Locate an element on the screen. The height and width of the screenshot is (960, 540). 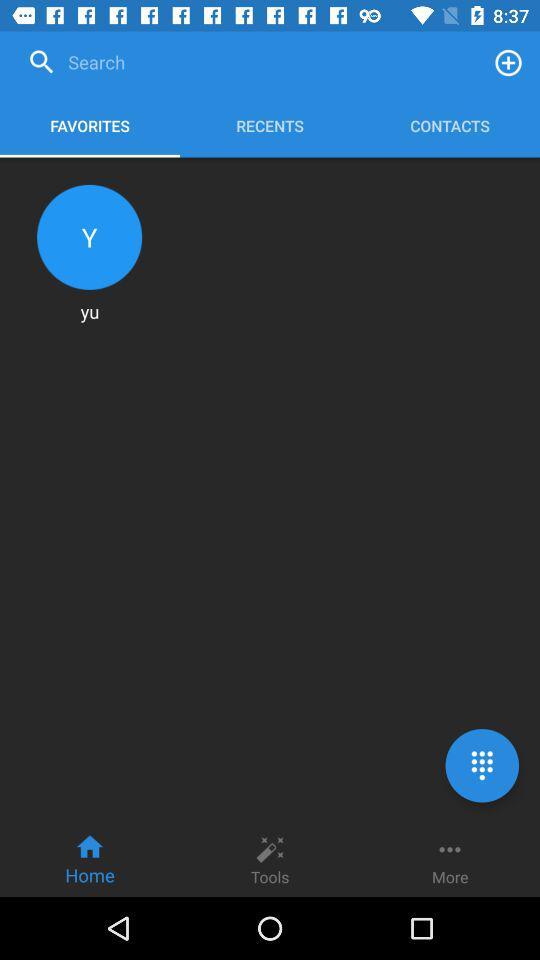
contact is located at coordinates (508, 62).